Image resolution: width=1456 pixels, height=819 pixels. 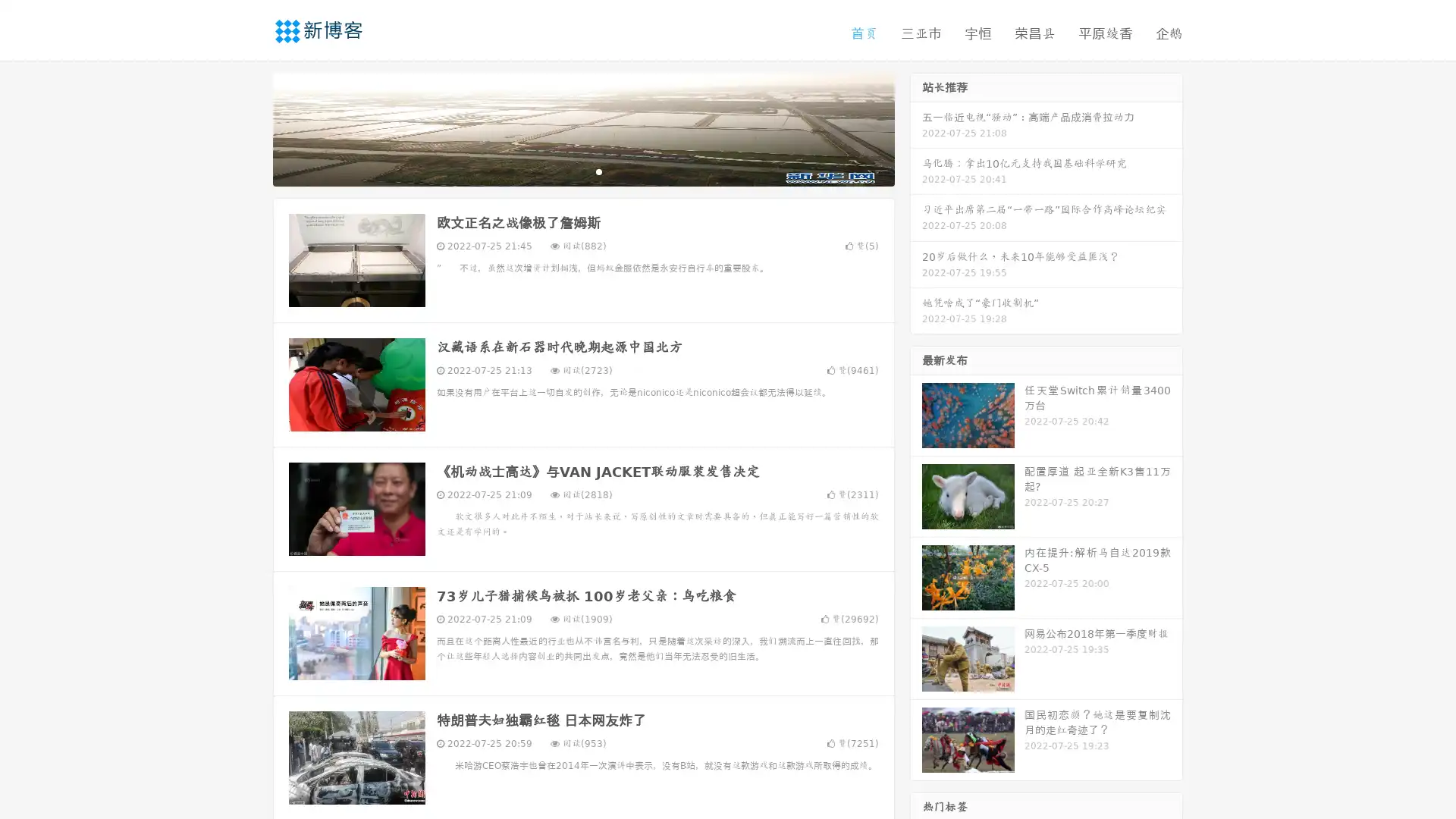 What do you see at coordinates (567, 171) in the screenshot?
I see `Go to slide 1` at bounding box center [567, 171].